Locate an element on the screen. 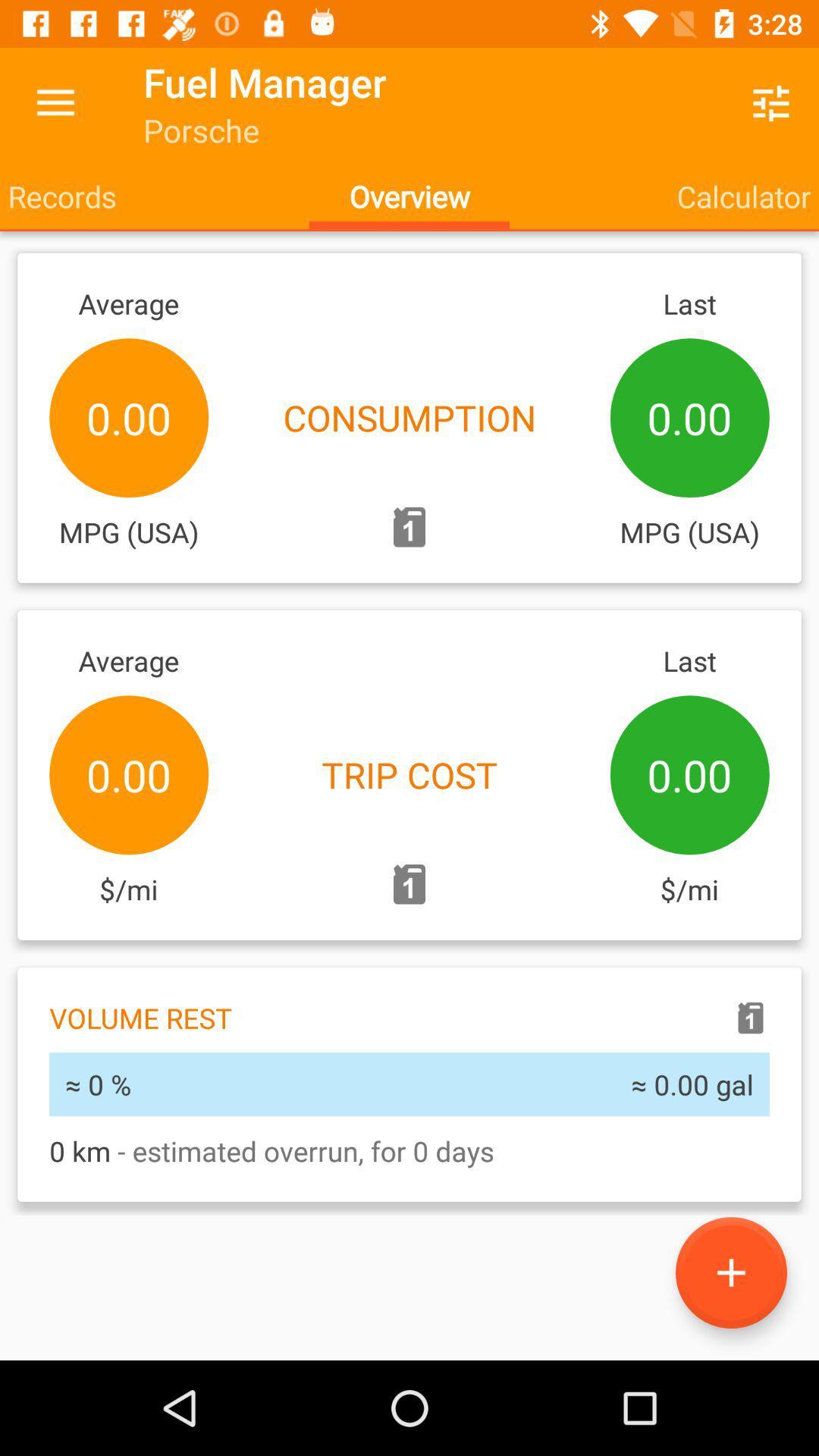  to expand is located at coordinates (730, 1272).